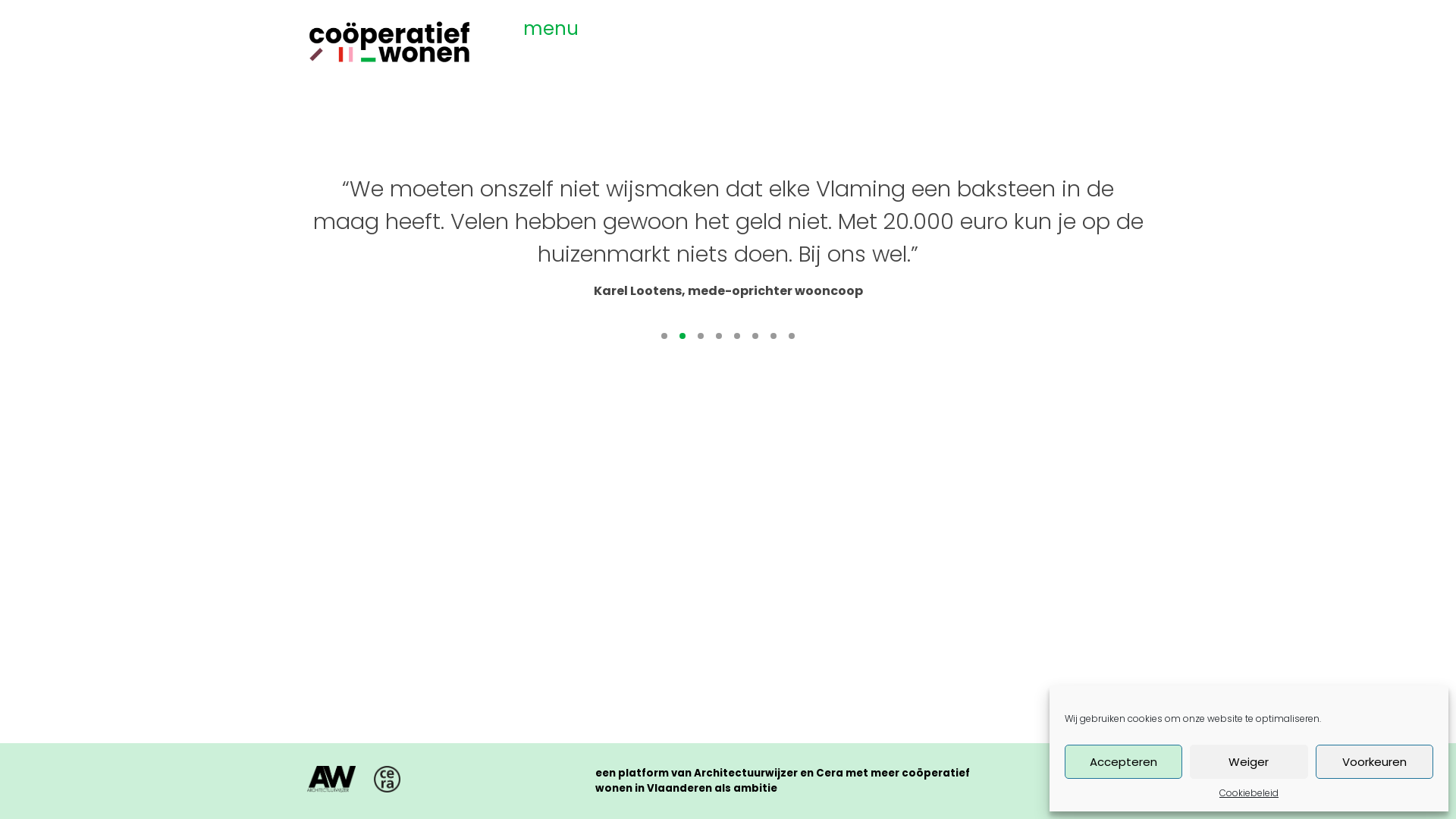 The image size is (1456, 819). I want to click on 'Voorkeuren', so click(1374, 761).